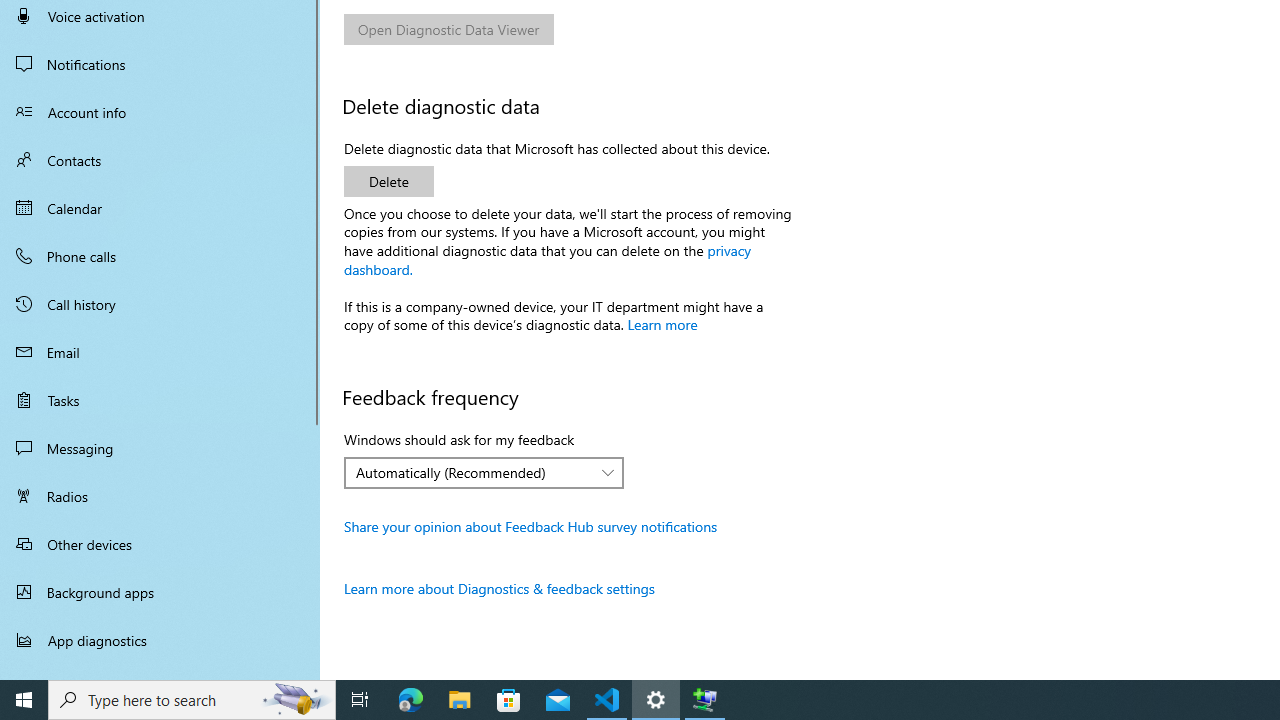 This screenshot has height=720, width=1280. I want to click on 'Tasks', so click(160, 399).